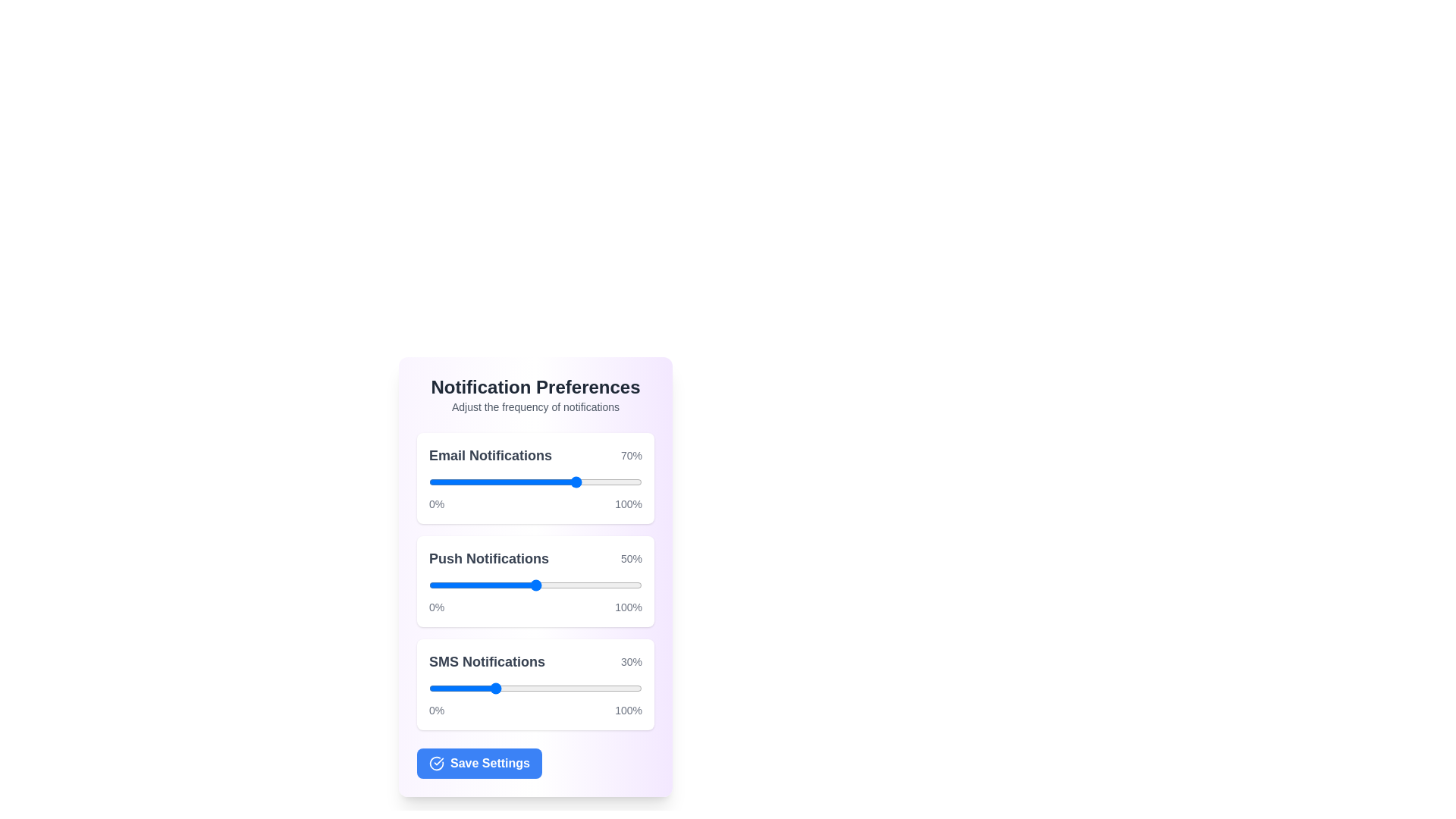 Image resolution: width=1456 pixels, height=819 pixels. What do you see at coordinates (486, 688) in the screenshot?
I see `the SMS Notifications slider` at bounding box center [486, 688].